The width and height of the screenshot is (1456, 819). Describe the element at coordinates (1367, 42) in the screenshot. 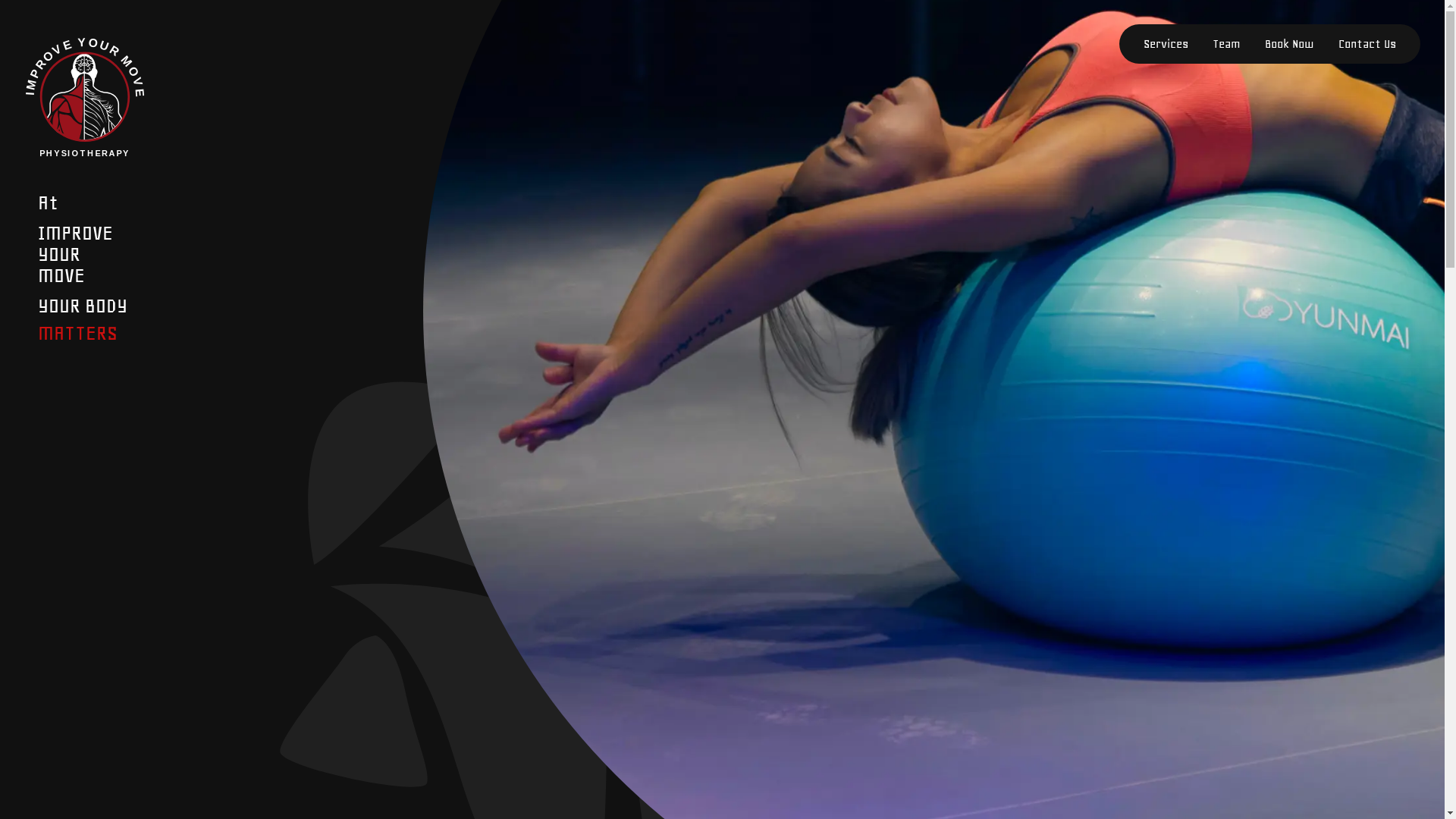

I see `'Contact Us'` at that location.